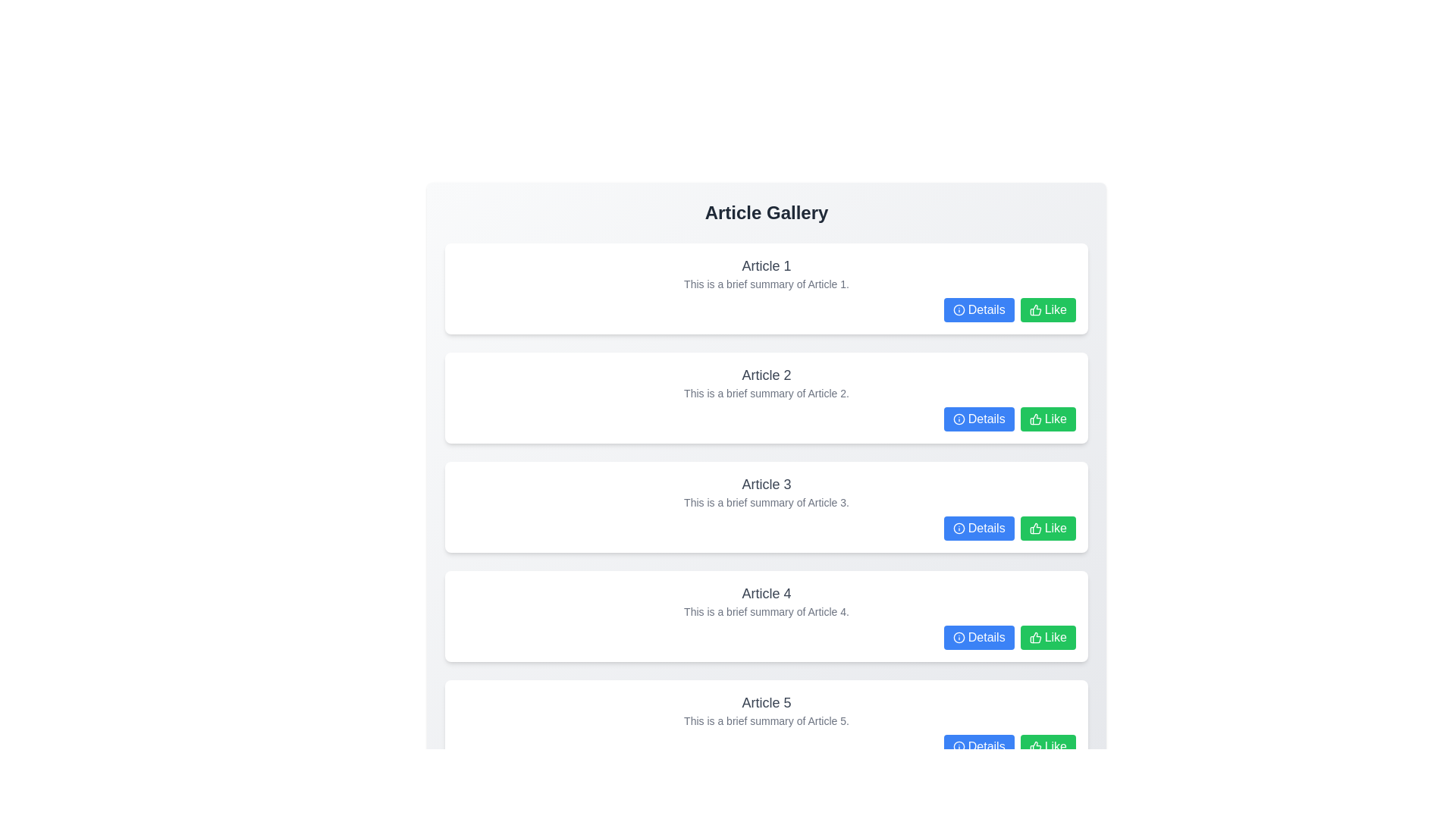  I want to click on the visual representation of the icon located to the left of the 'Details' text within the 'Details' button in the fourth card for 'Article 4', so click(958, 637).